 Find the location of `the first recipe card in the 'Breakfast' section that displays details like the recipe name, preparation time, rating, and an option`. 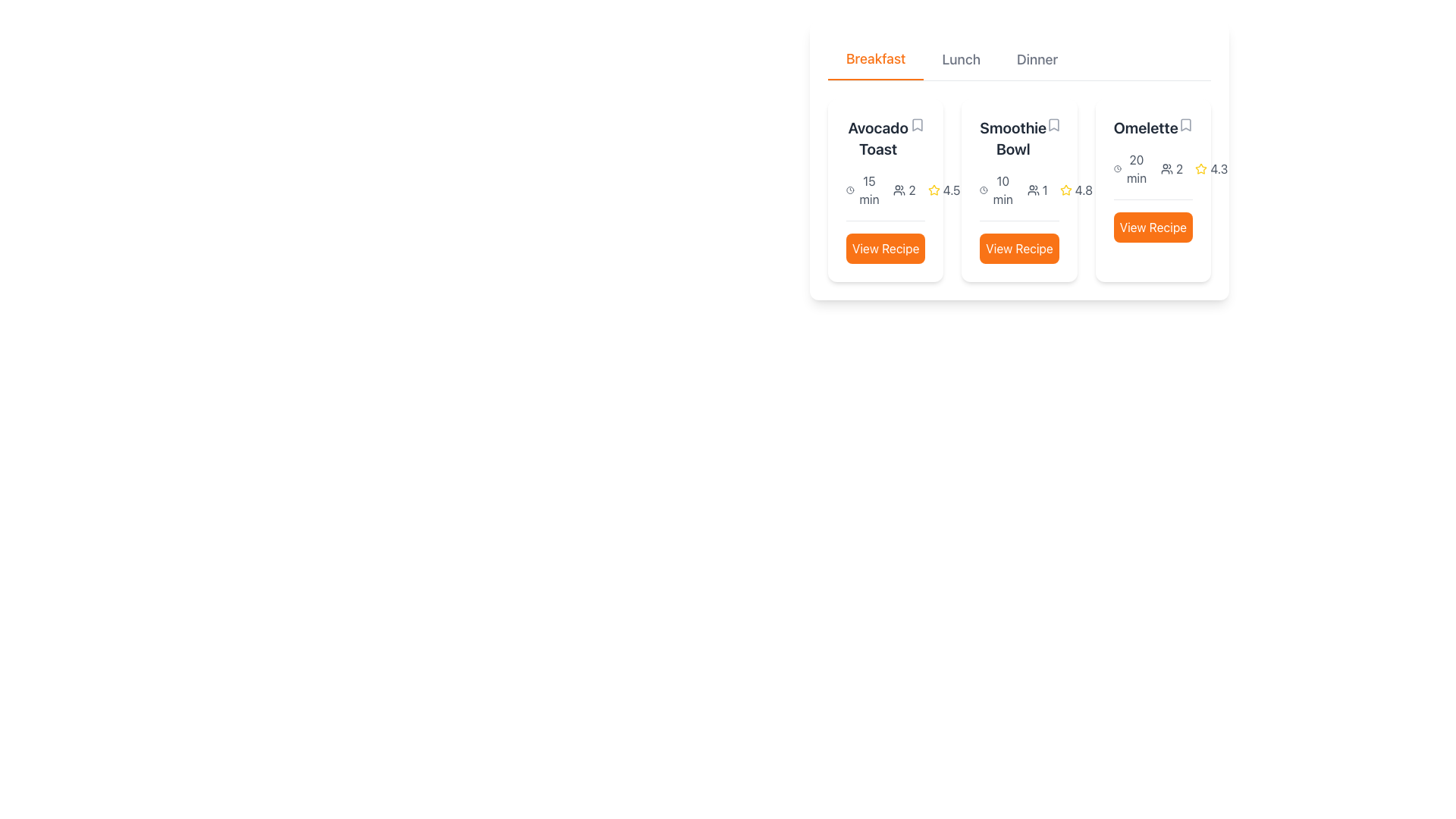

the first recipe card in the 'Breakfast' section that displays details like the recipe name, preparation time, rating, and an option is located at coordinates (886, 190).